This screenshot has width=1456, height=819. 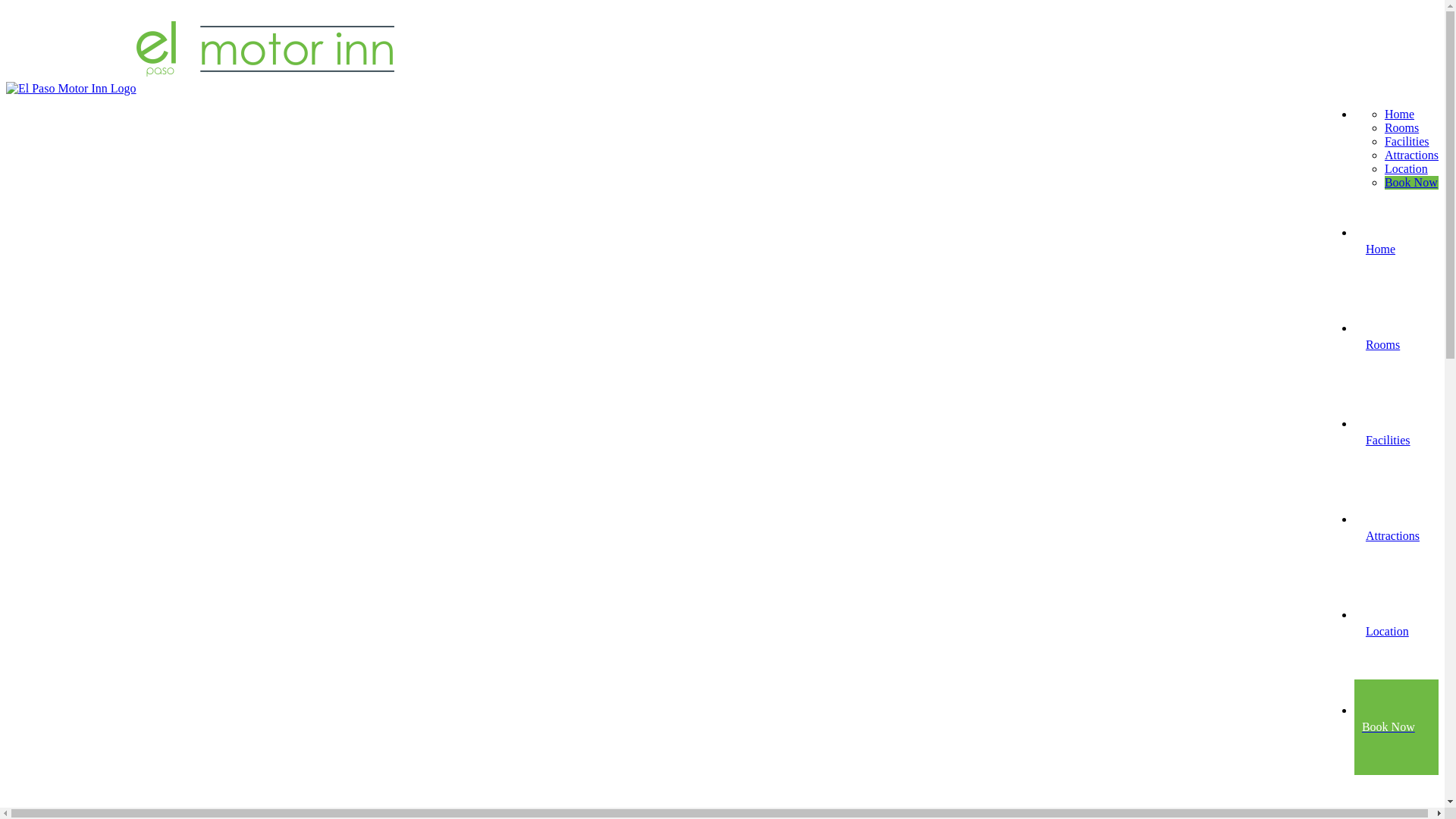 What do you see at coordinates (1395, 248) in the screenshot?
I see `'Home'` at bounding box center [1395, 248].